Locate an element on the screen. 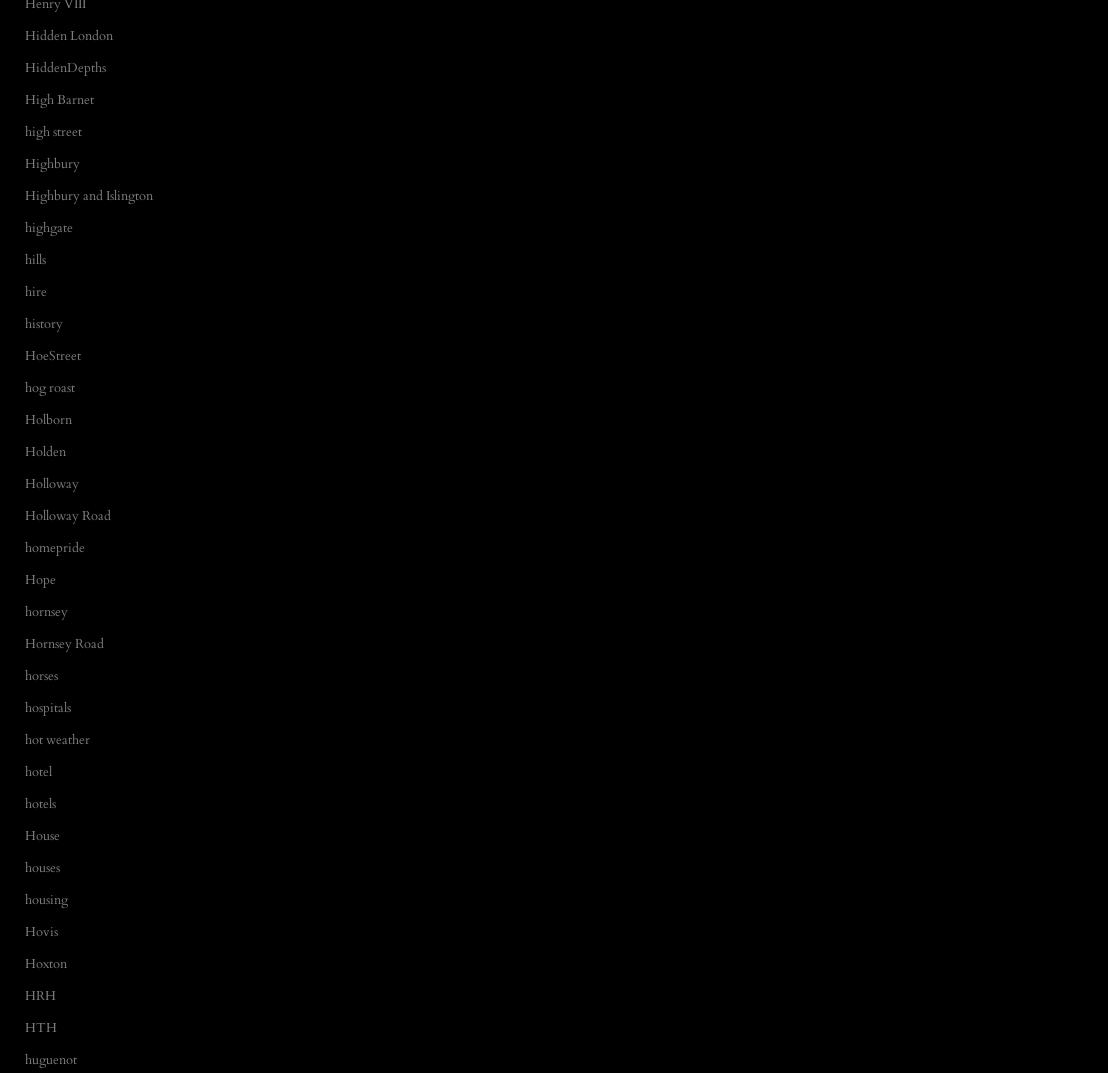 The image size is (1108, 1073). 'history' is located at coordinates (43, 322).